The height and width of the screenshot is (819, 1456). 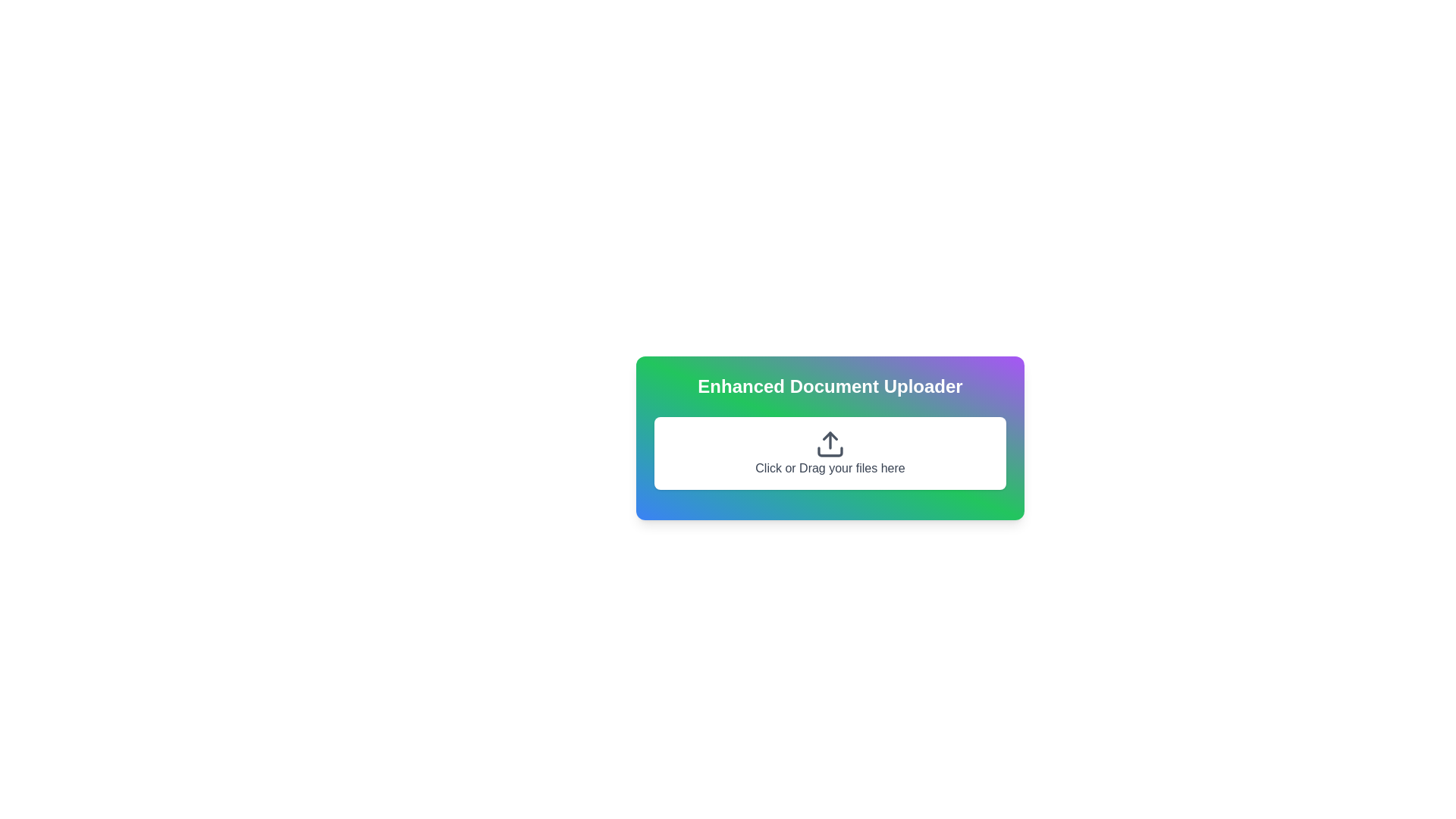 I want to click on the Static Text element that provides user instructions for uploading files, positioned centrally below the upload icon, so click(x=829, y=467).